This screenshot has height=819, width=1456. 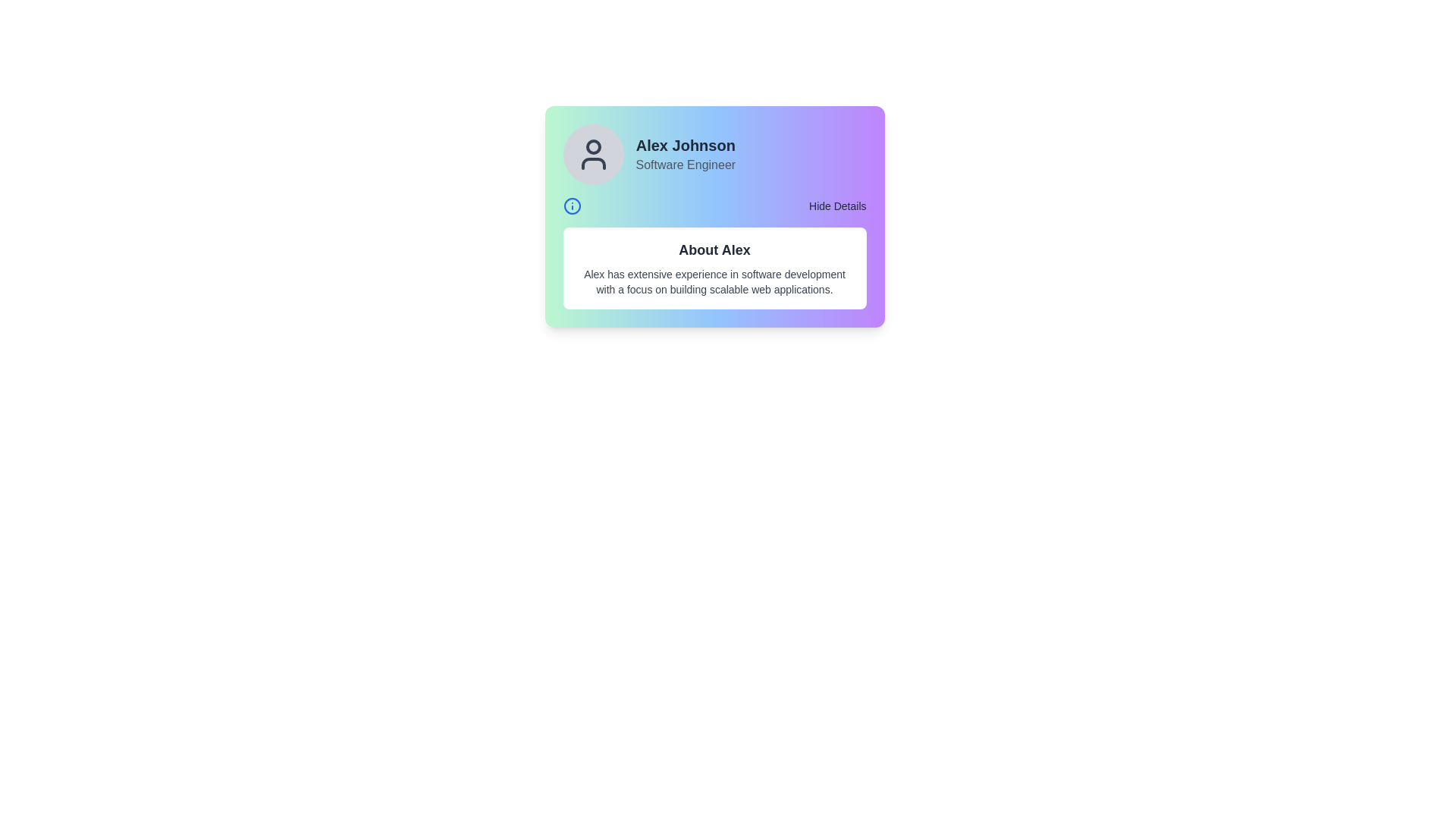 What do you see at coordinates (571, 206) in the screenshot?
I see `the circular icon with a blue outline located on the left side of the 'Hide Details' text` at bounding box center [571, 206].